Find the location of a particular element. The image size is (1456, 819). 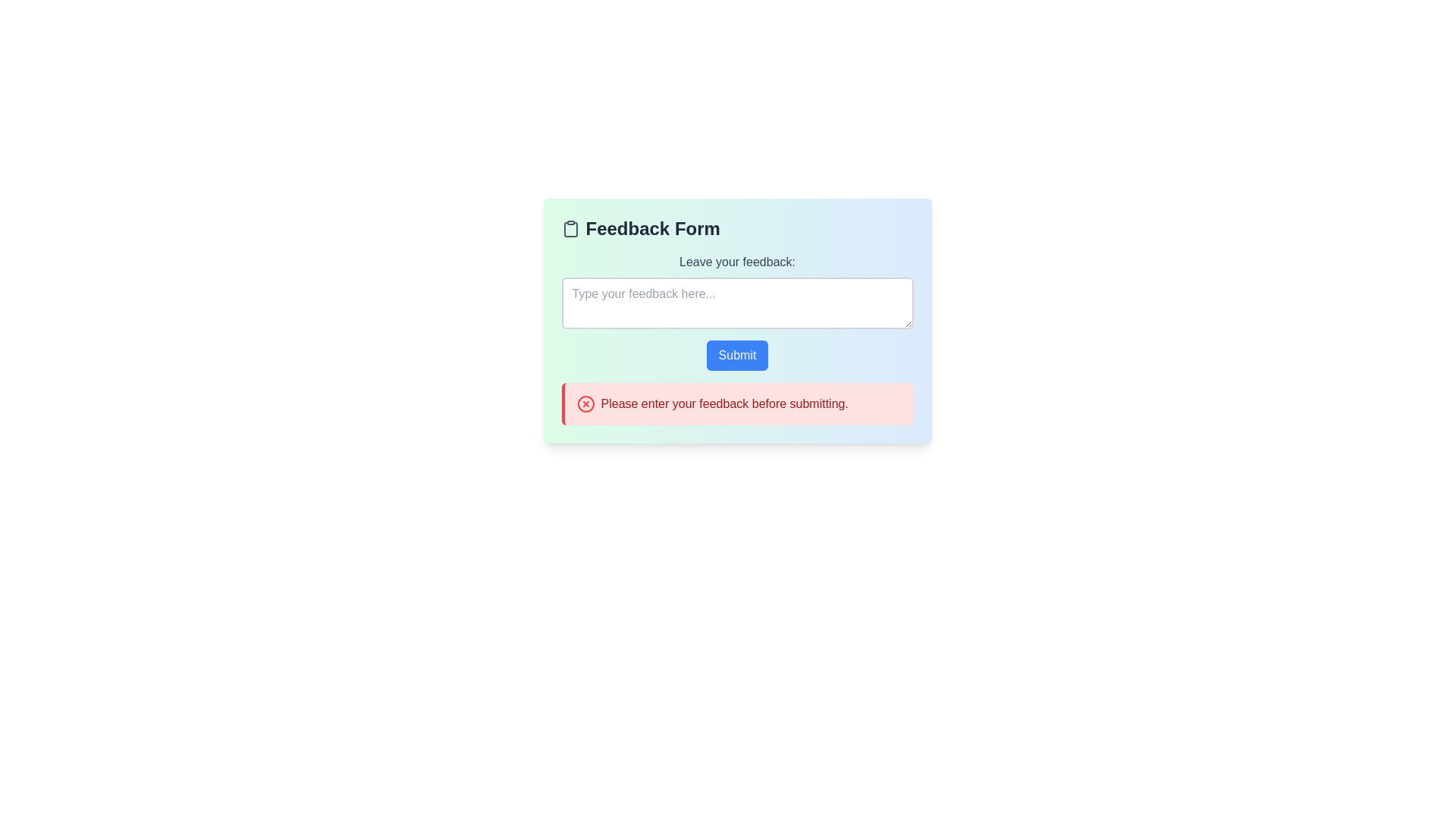

notification box with a red background containing the instruction 'Please enter your feedback before submitting.' is located at coordinates (737, 403).